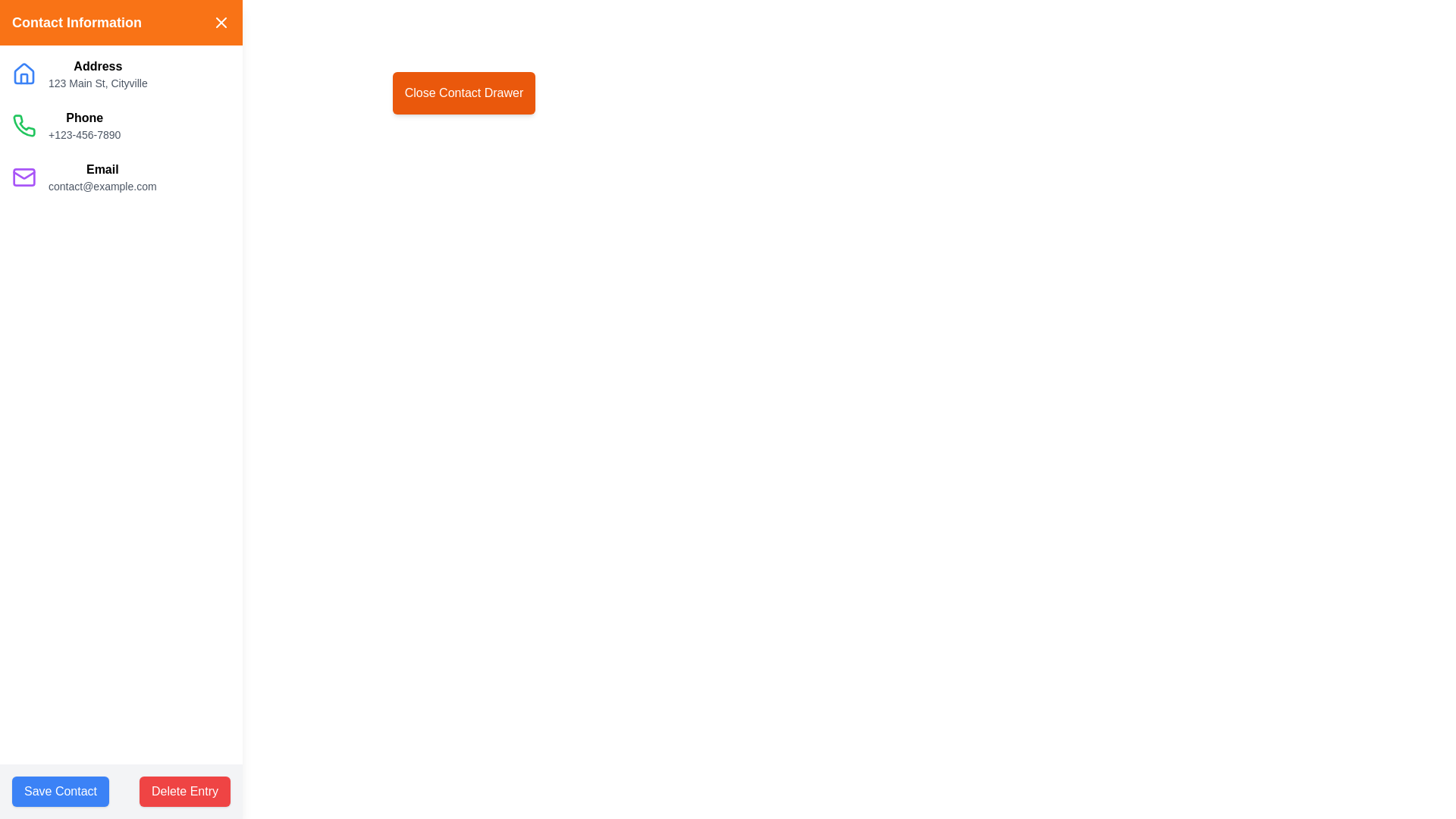 The image size is (1456, 819). Describe the element at coordinates (24, 177) in the screenshot. I see `the email contact icon located to the left of the text 'Email' and 'contact@example.com' in the third section of the contact information panel` at that location.